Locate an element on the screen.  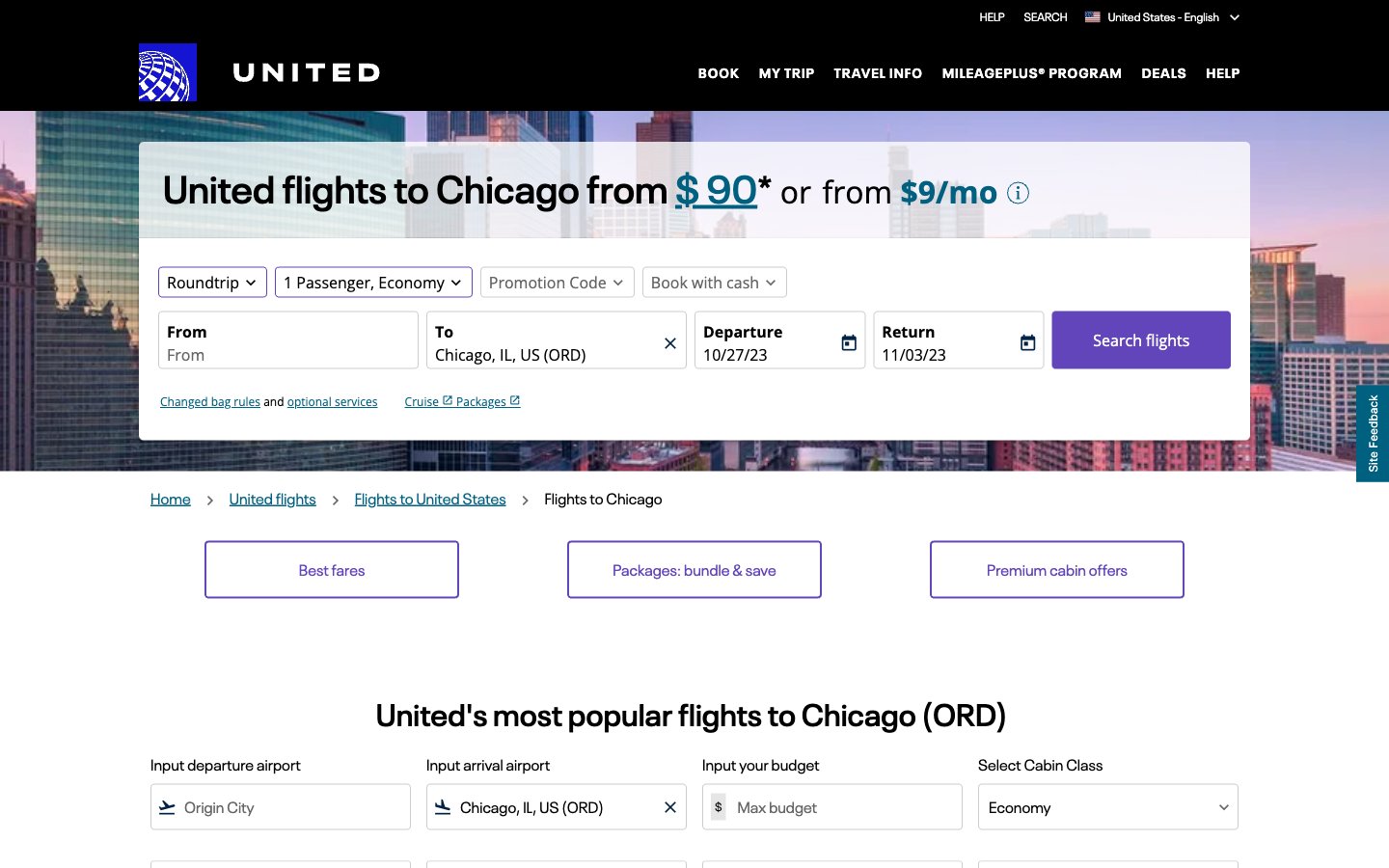
Forward to Cheapest Costings is located at coordinates (332, 569).